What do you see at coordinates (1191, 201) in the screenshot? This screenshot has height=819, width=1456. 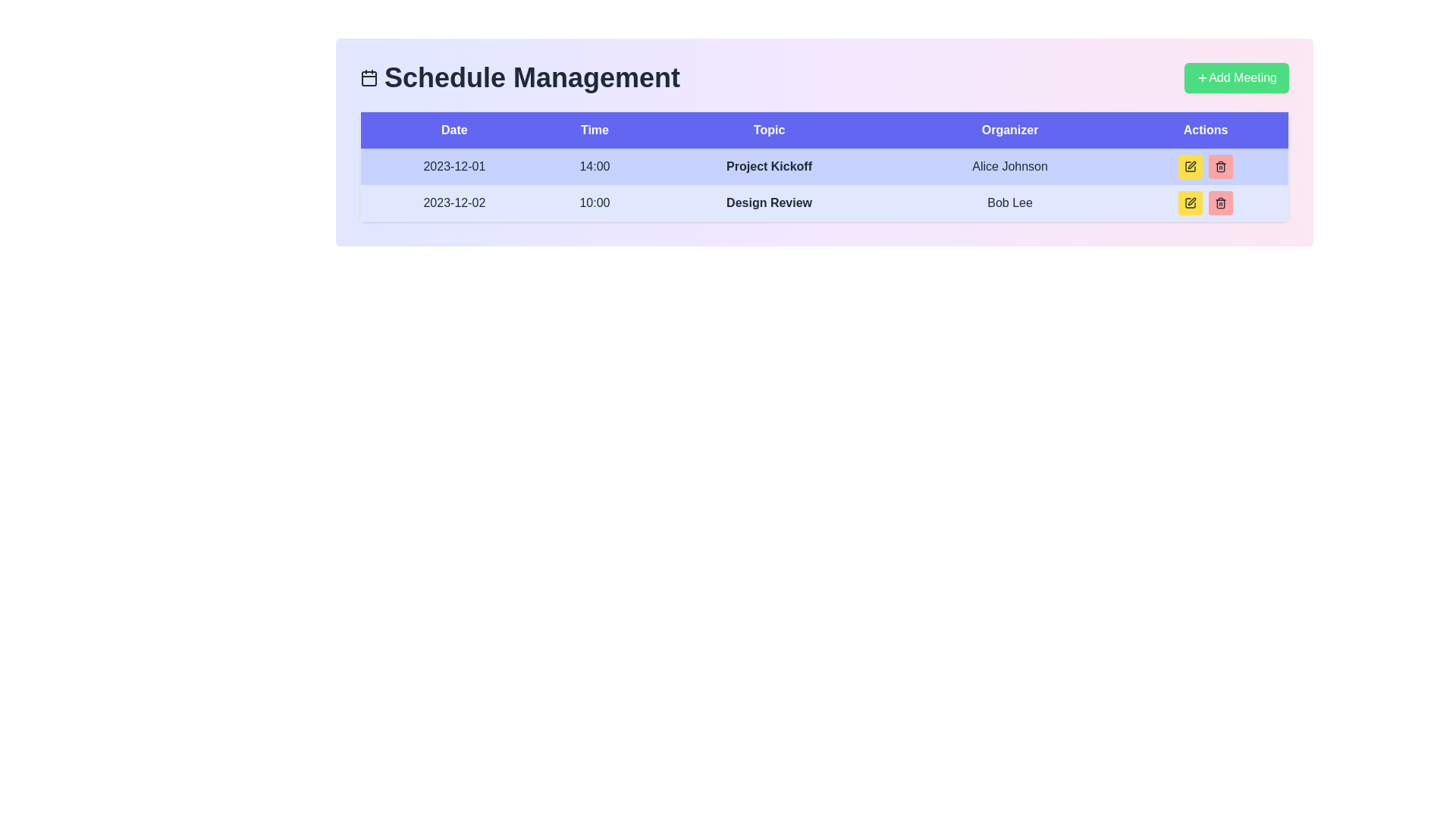 I see `the square pen icon located in the Actions column, second row of the meeting schedule` at bounding box center [1191, 201].